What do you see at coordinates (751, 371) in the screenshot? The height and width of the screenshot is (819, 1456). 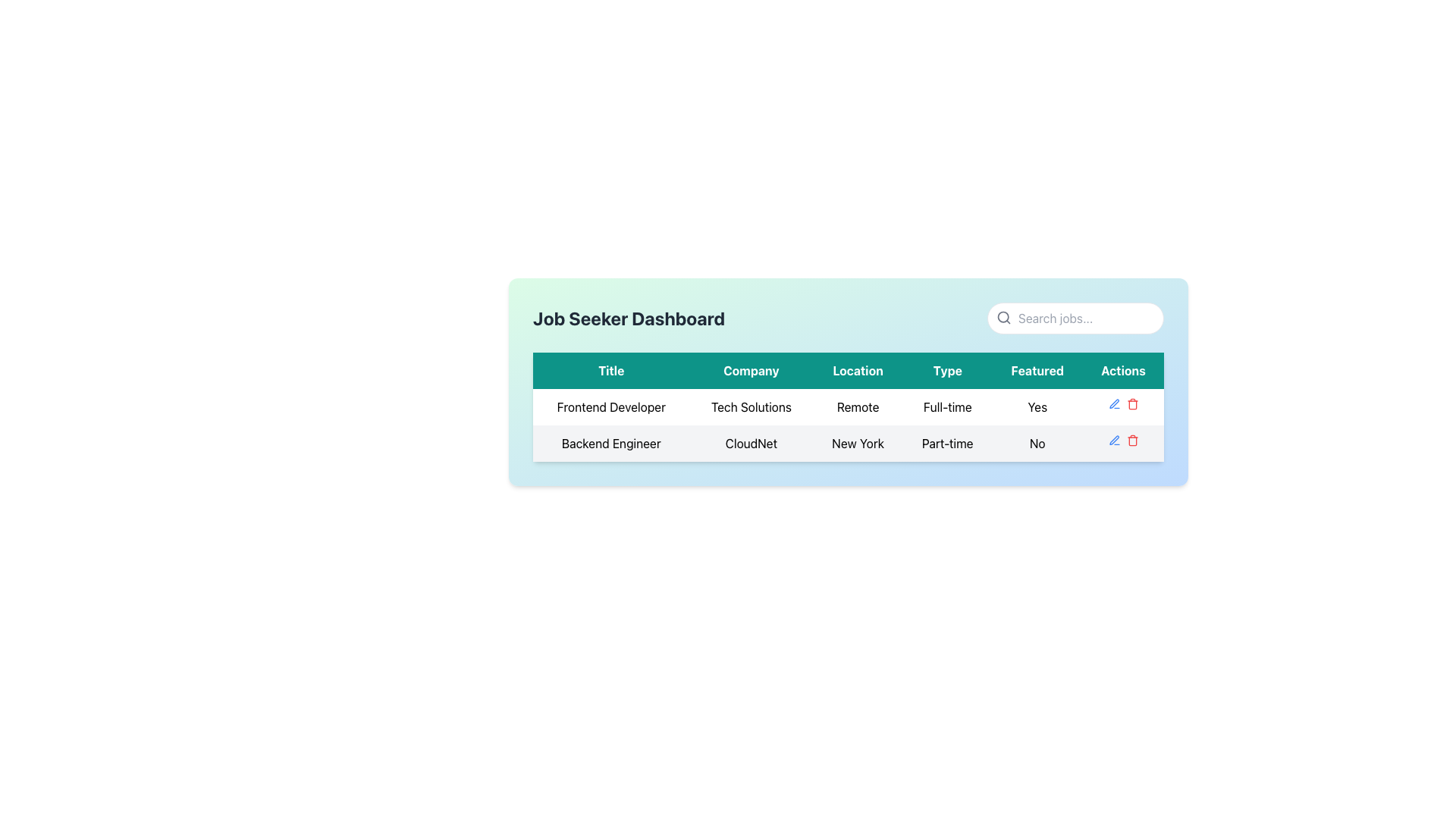 I see `the 'Company' table header, which is the second header item styled with white text on a green background` at bounding box center [751, 371].